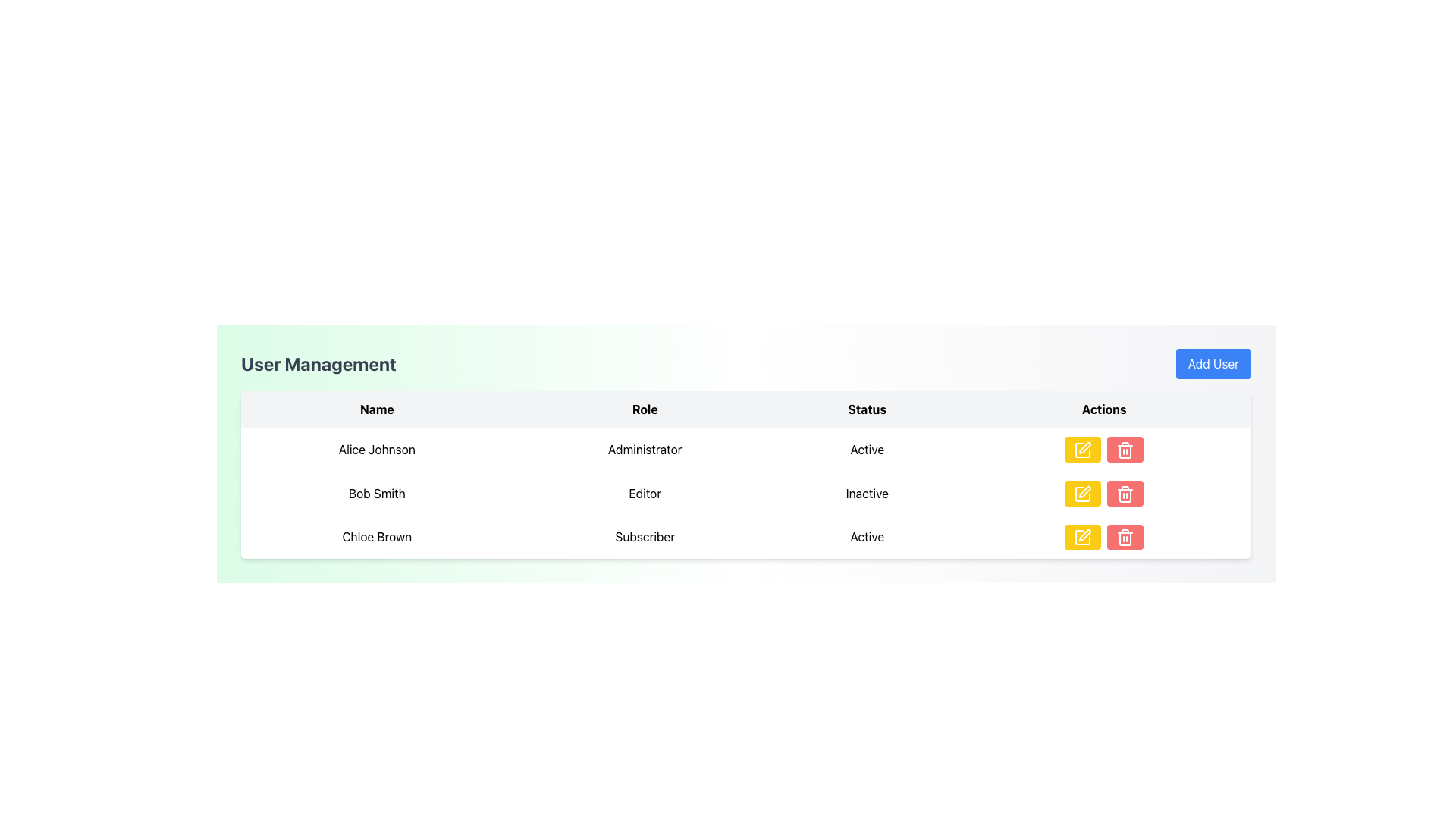 Image resolution: width=1456 pixels, height=819 pixels. I want to click on the red trash can icon located on the button in the third row of the 'Actions' column, so click(1125, 449).